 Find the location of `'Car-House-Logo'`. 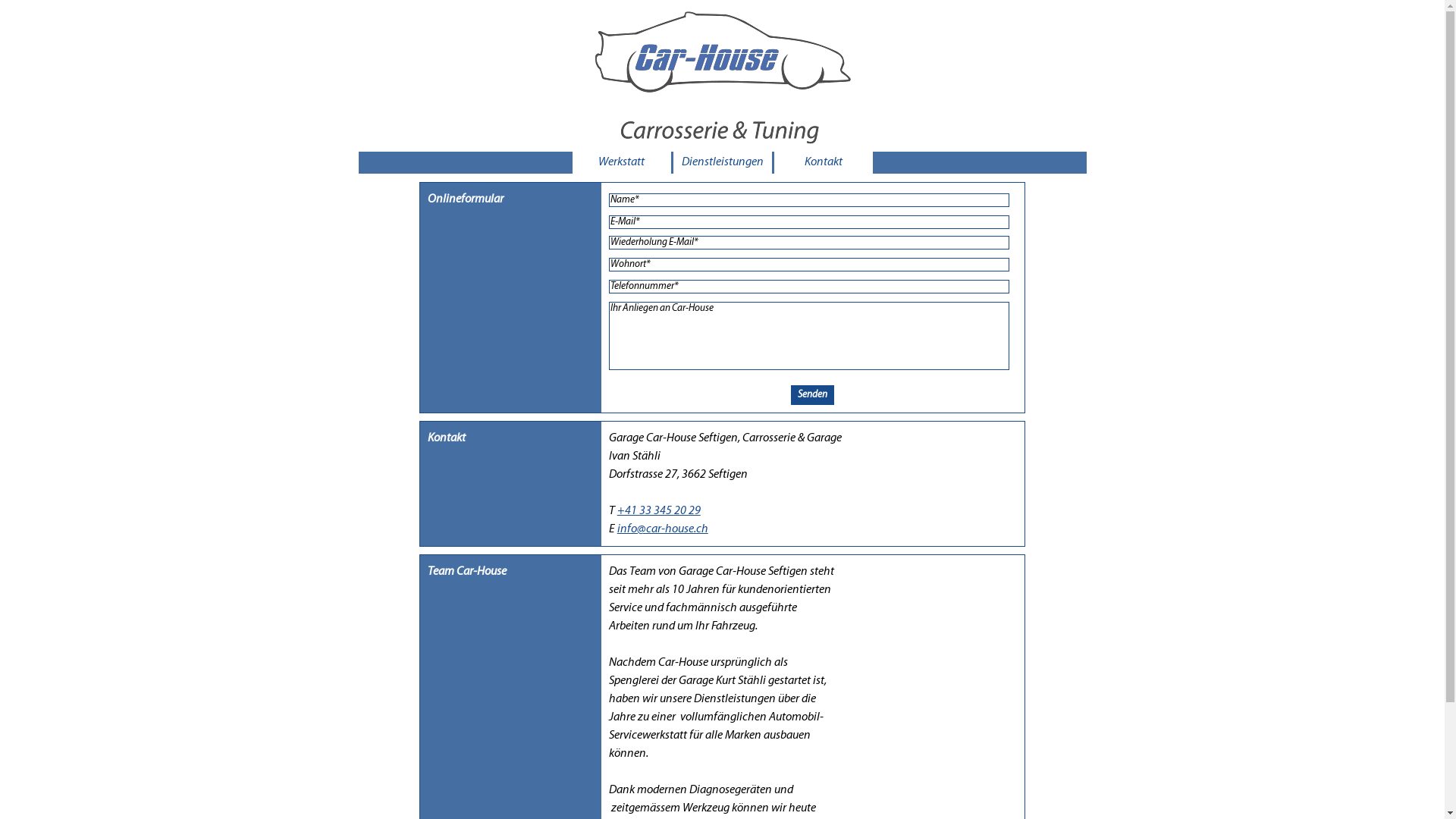

'Car-House-Logo' is located at coordinates (717, 76).